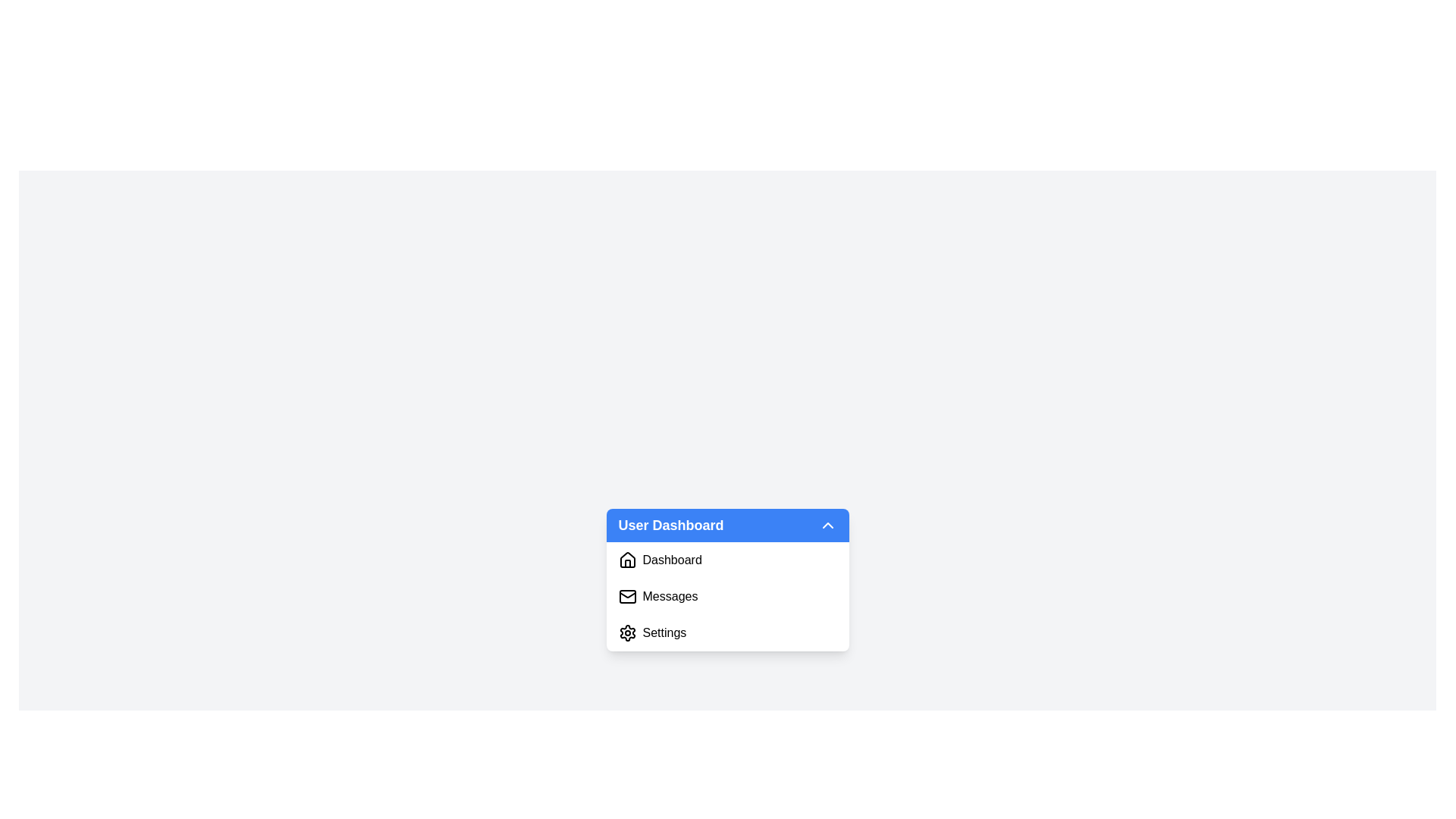 The width and height of the screenshot is (1456, 819). Describe the element at coordinates (627, 595) in the screenshot. I see `the mail icon located to the left of the 'Messages' label in the dropdown menu of the 'User Dashboard'` at that location.